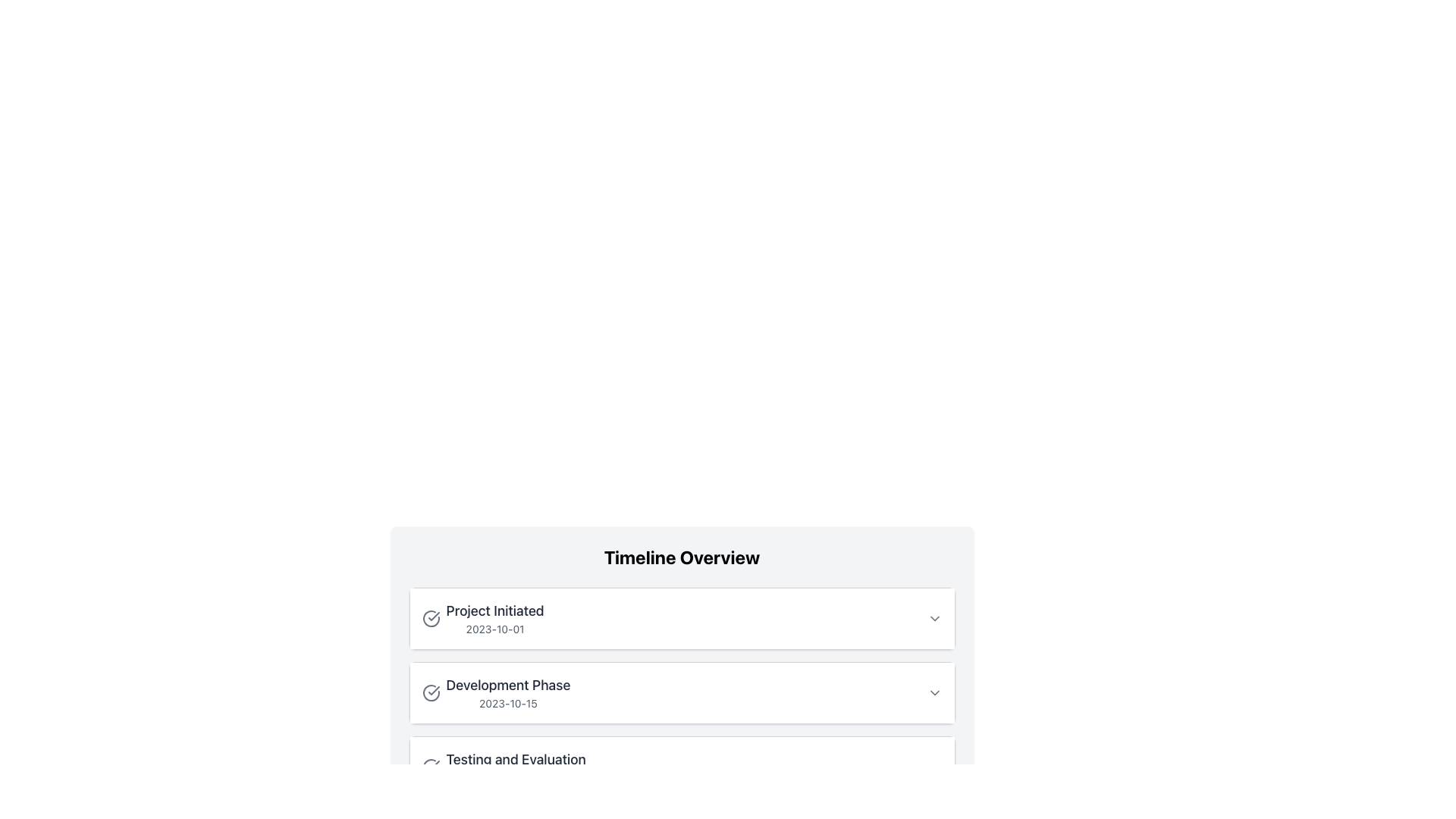 The width and height of the screenshot is (1456, 819). Describe the element at coordinates (430, 693) in the screenshot. I see `the completion confirmation icon located to the left of the text 'Development Phase' and above the date '2023-10-15'` at that location.